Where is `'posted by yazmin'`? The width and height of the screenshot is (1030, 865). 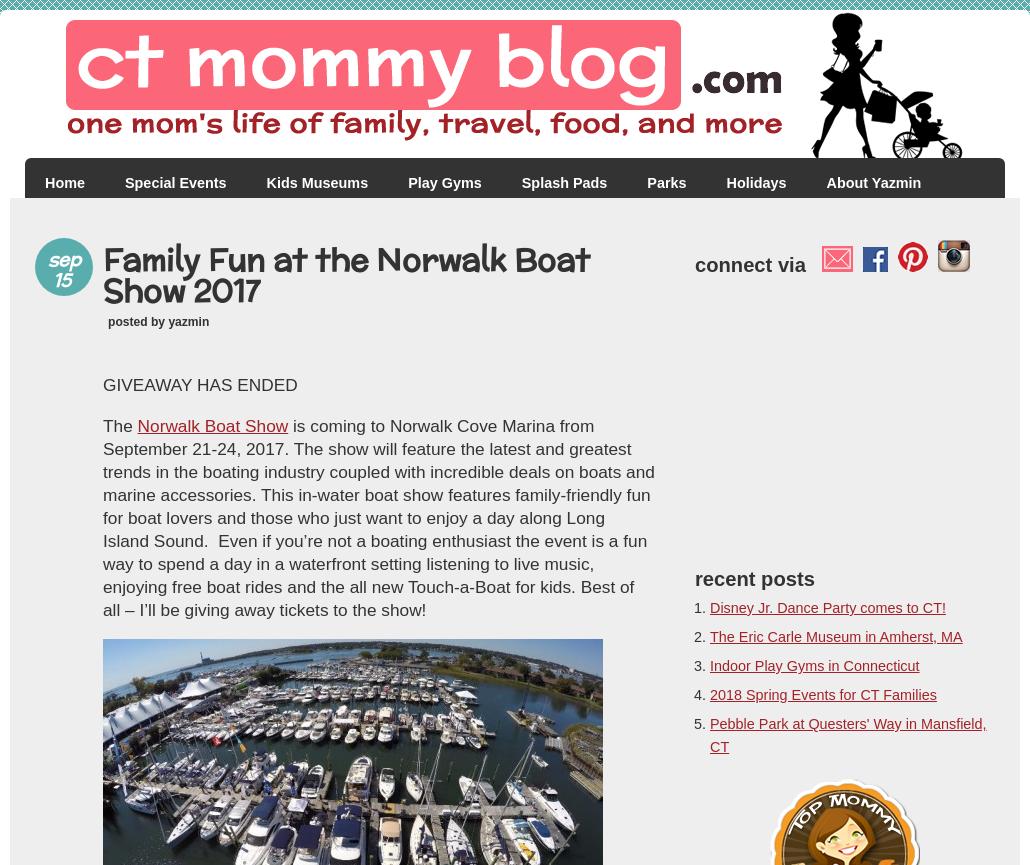 'posted by yazmin' is located at coordinates (157, 322).